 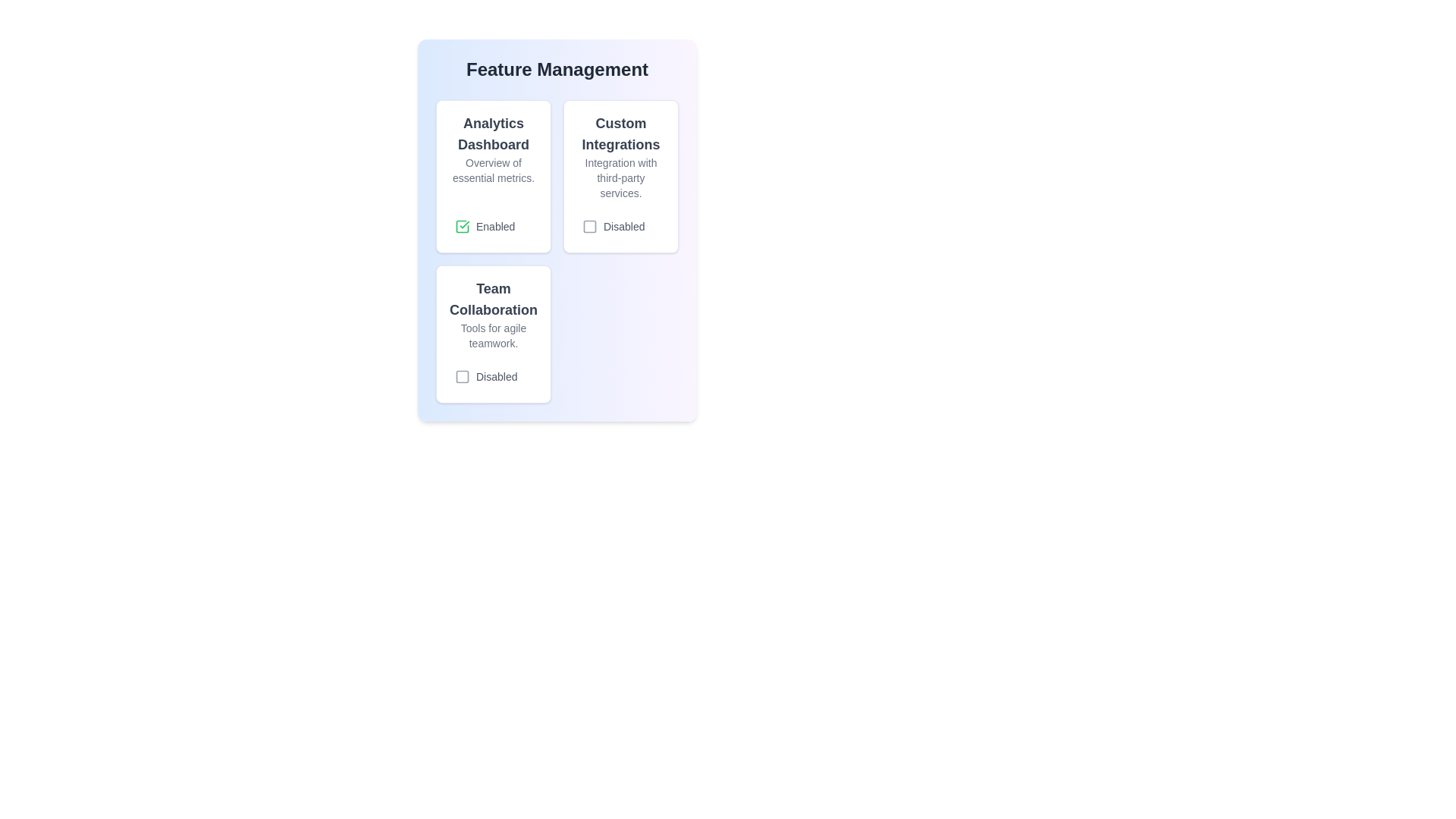 I want to click on the square icon indicating the state of the feature within the 'Team Collaboration' card, adjacent to the text 'Disabled', so click(x=461, y=376).